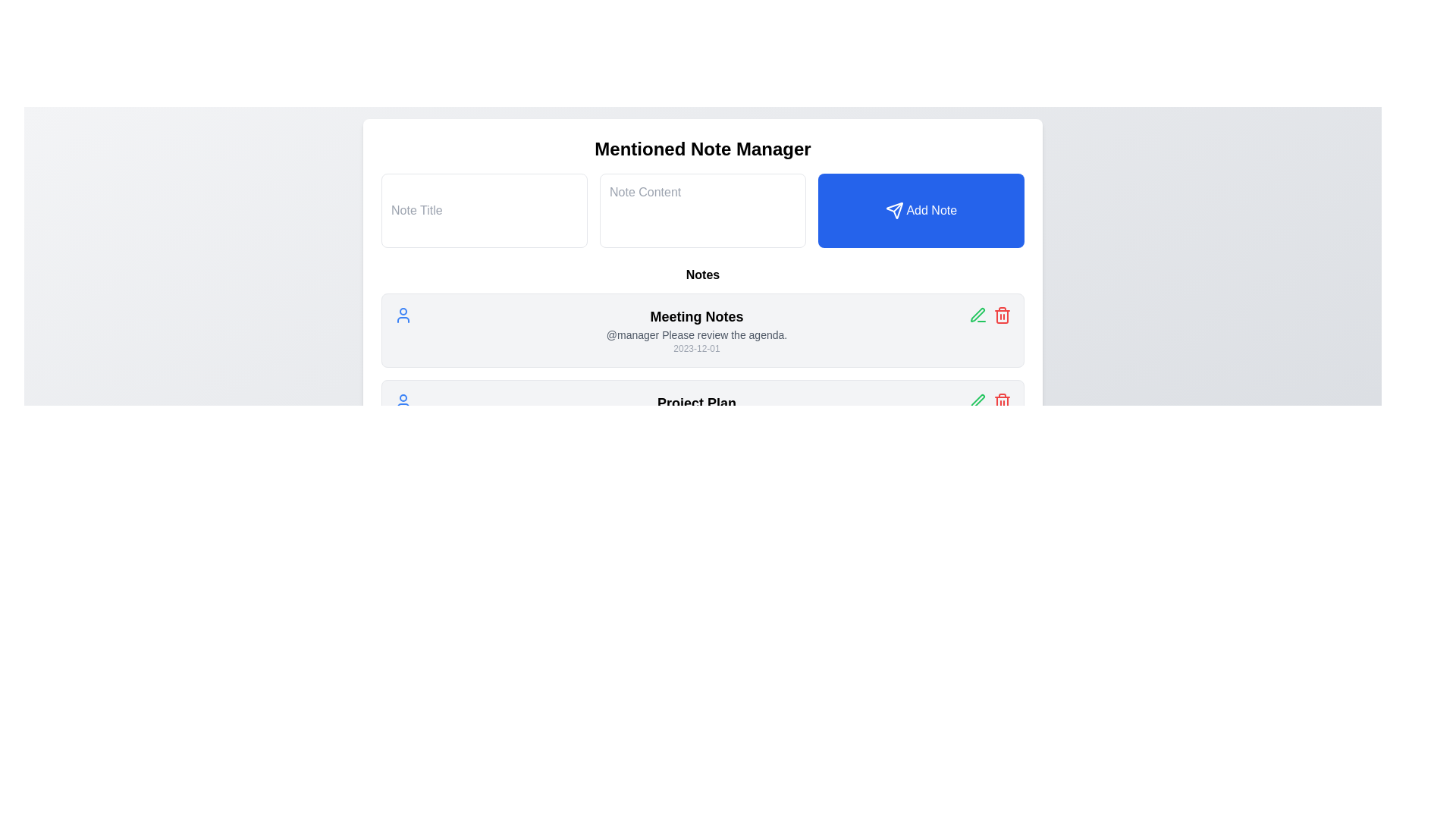 The height and width of the screenshot is (819, 1456). I want to click on the leftmost icon in the 'Meeting Notes' row, so click(978, 315).